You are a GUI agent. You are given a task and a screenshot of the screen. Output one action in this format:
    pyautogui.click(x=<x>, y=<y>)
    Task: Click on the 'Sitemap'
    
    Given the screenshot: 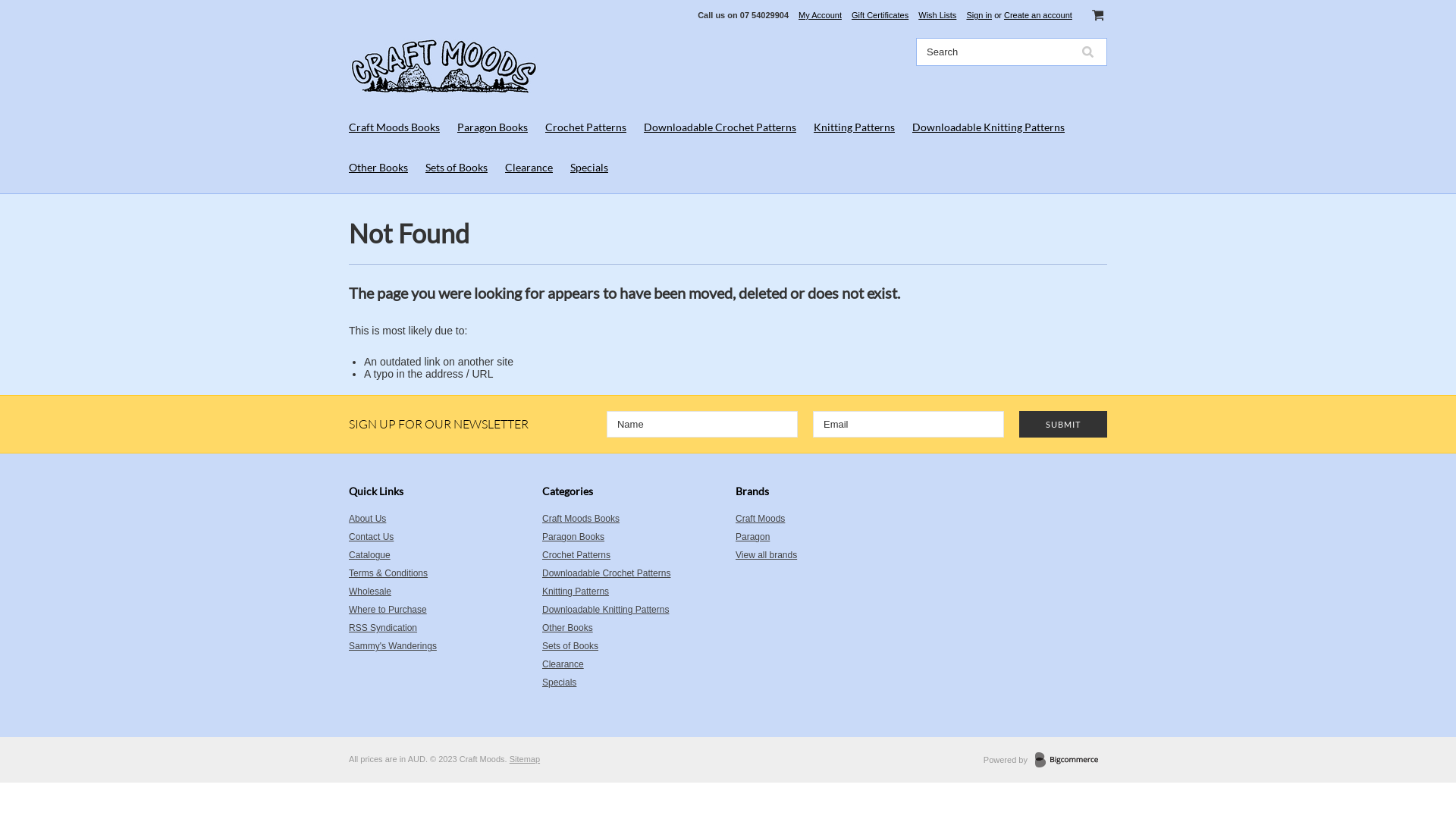 What is the action you would take?
    pyautogui.click(x=524, y=759)
    